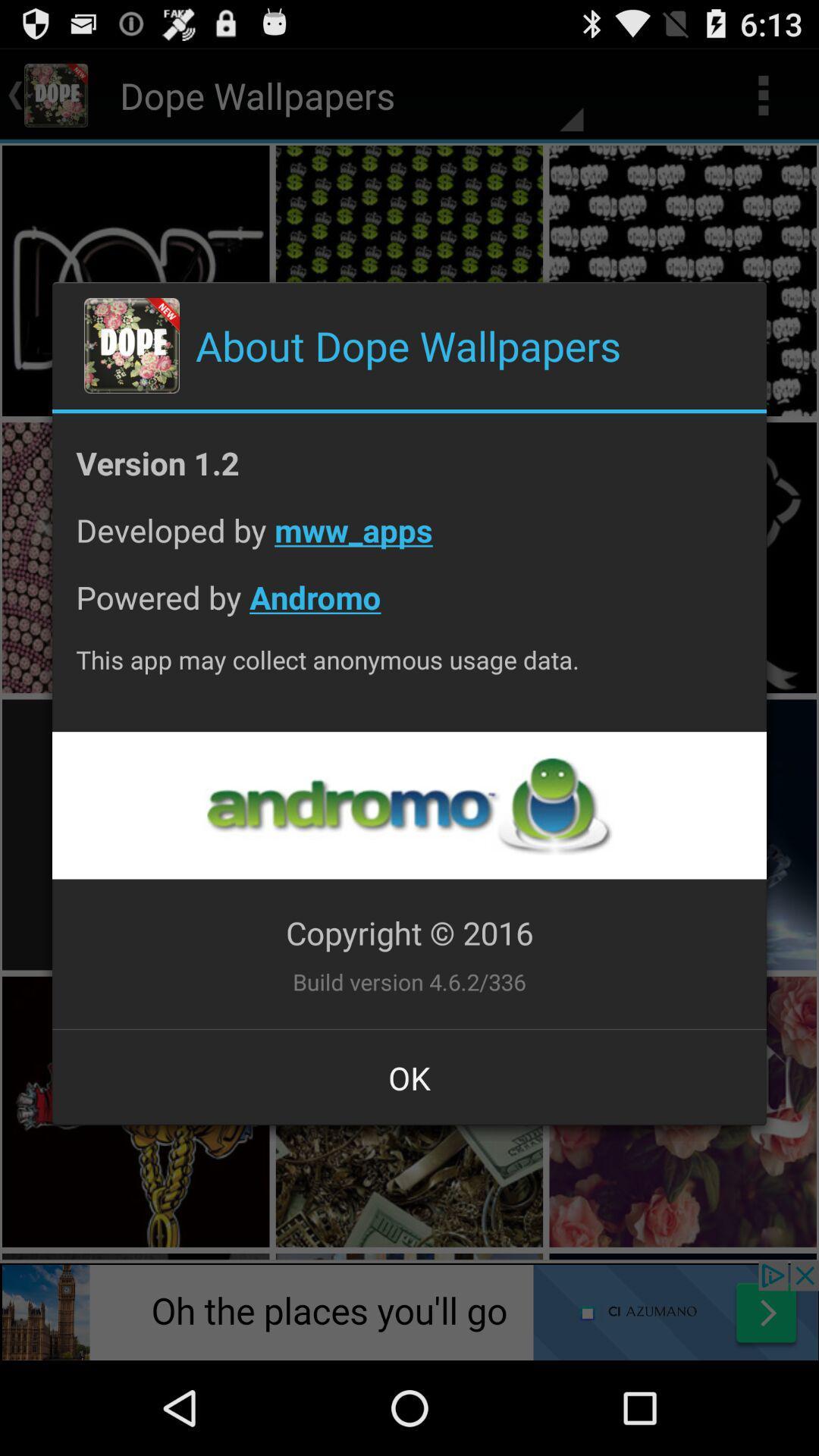 This screenshot has width=819, height=1456. Describe the element at coordinates (409, 609) in the screenshot. I see `item above this app may app` at that location.